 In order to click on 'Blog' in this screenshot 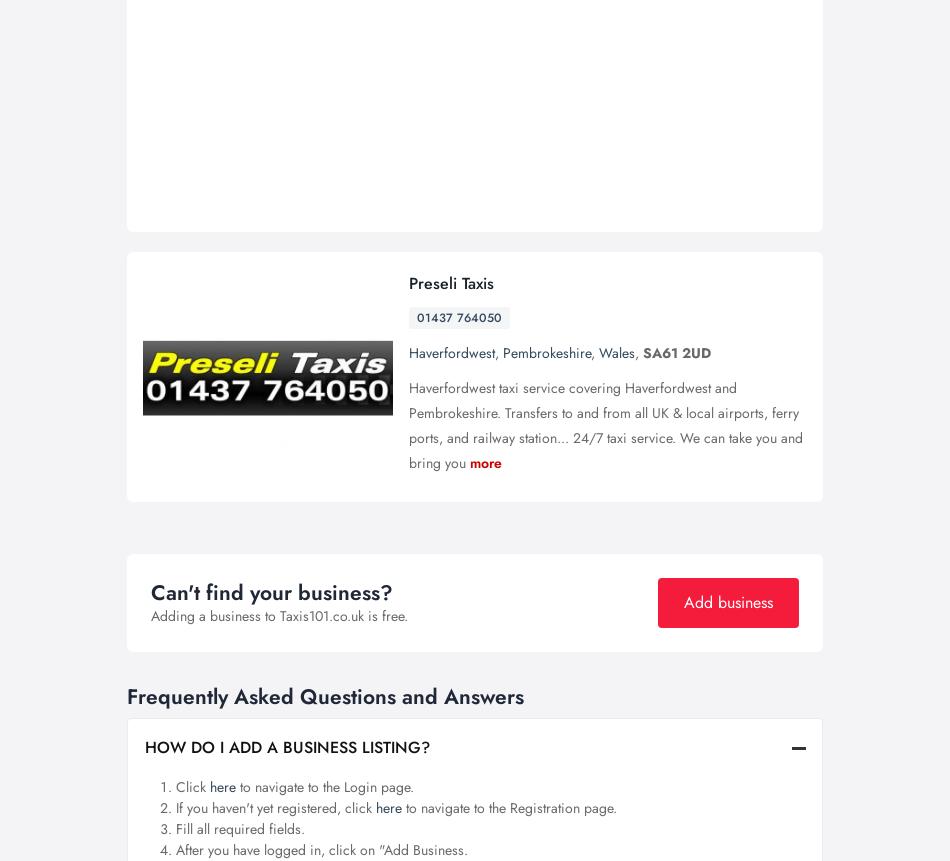, I will do `click(379, 159)`.